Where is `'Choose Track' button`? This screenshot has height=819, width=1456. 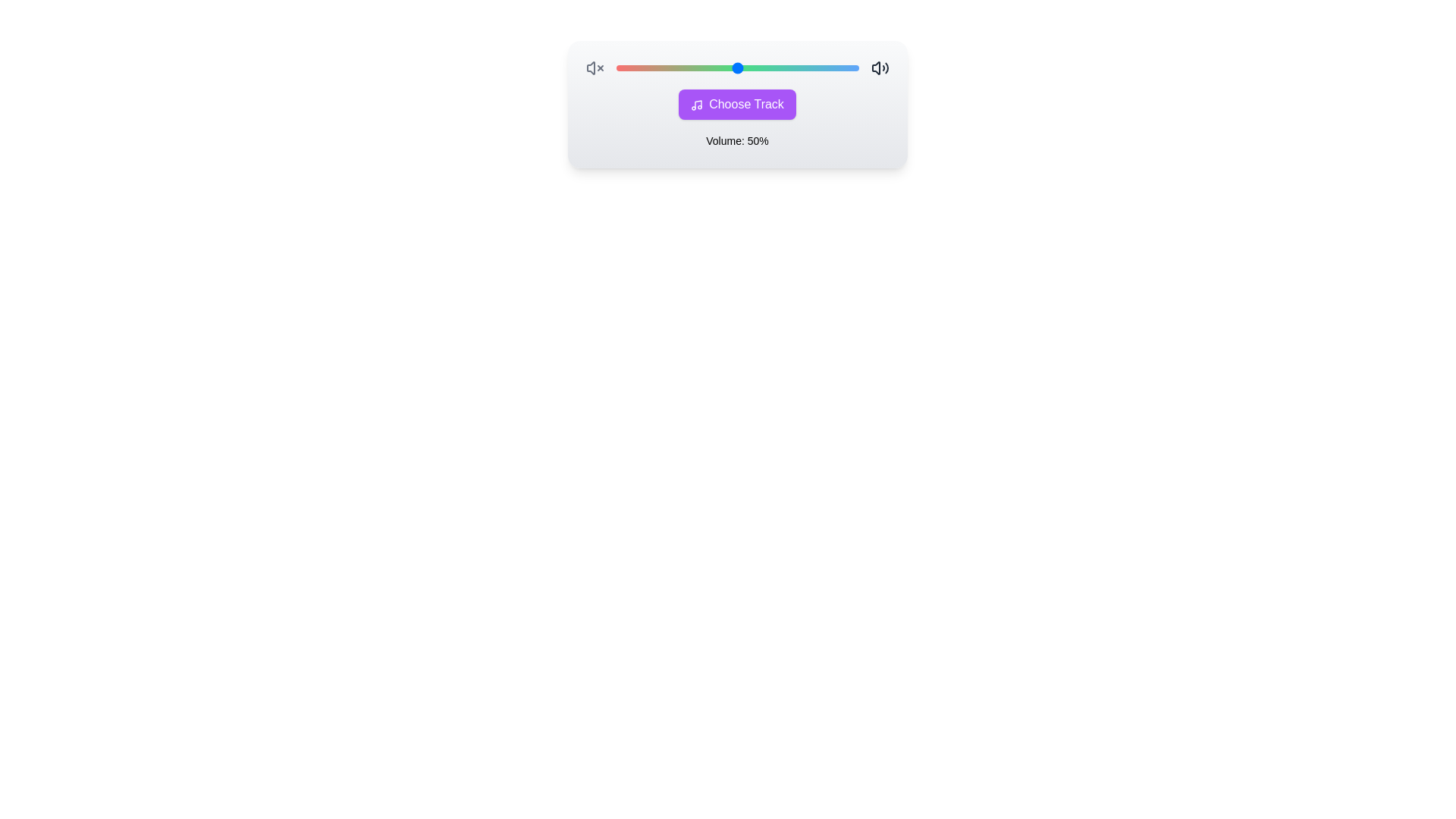 'Choose Track' button is located at coordinates (737, 104).